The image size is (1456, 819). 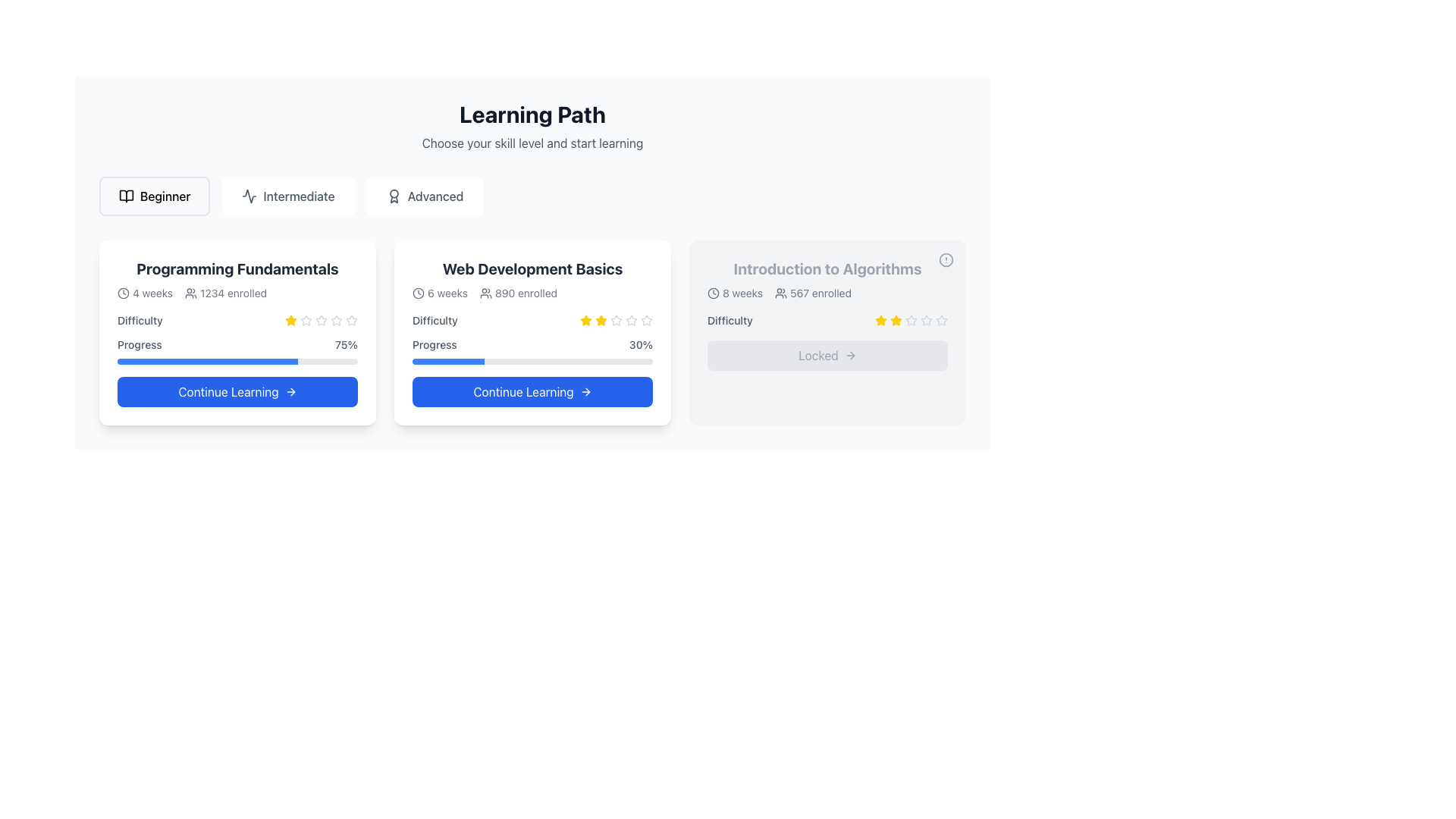 What do you see at coordinates (585, 319) in the screenshot?
I see `the second star icon in the rating sequence under the 'Web Development Basics' card` at bounding box center [585, 319].